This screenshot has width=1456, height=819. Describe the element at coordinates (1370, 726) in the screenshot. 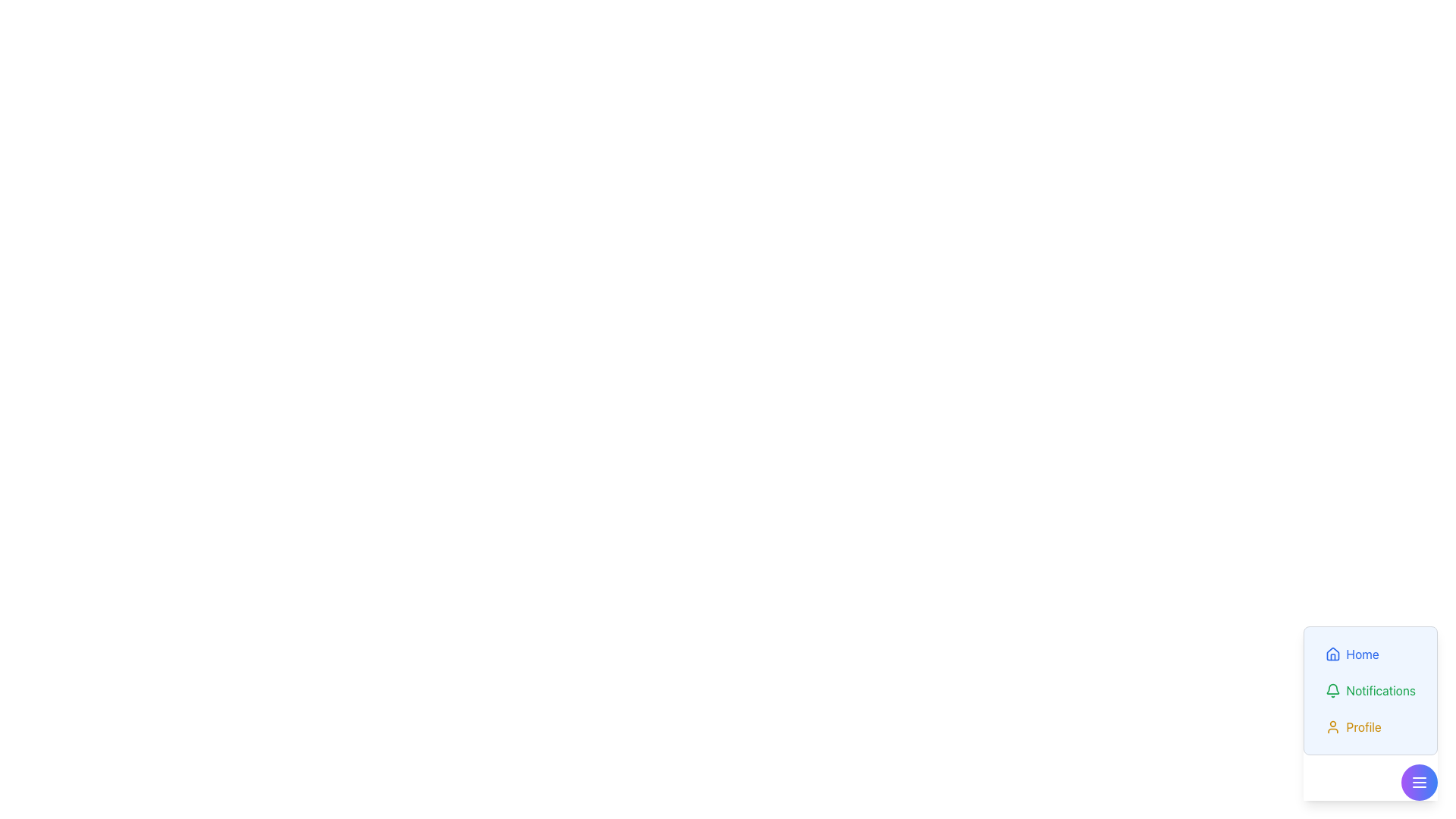

I see `the 'Profile' button, which is the third and bottom-most button in a vertical list of buttons` at that location.